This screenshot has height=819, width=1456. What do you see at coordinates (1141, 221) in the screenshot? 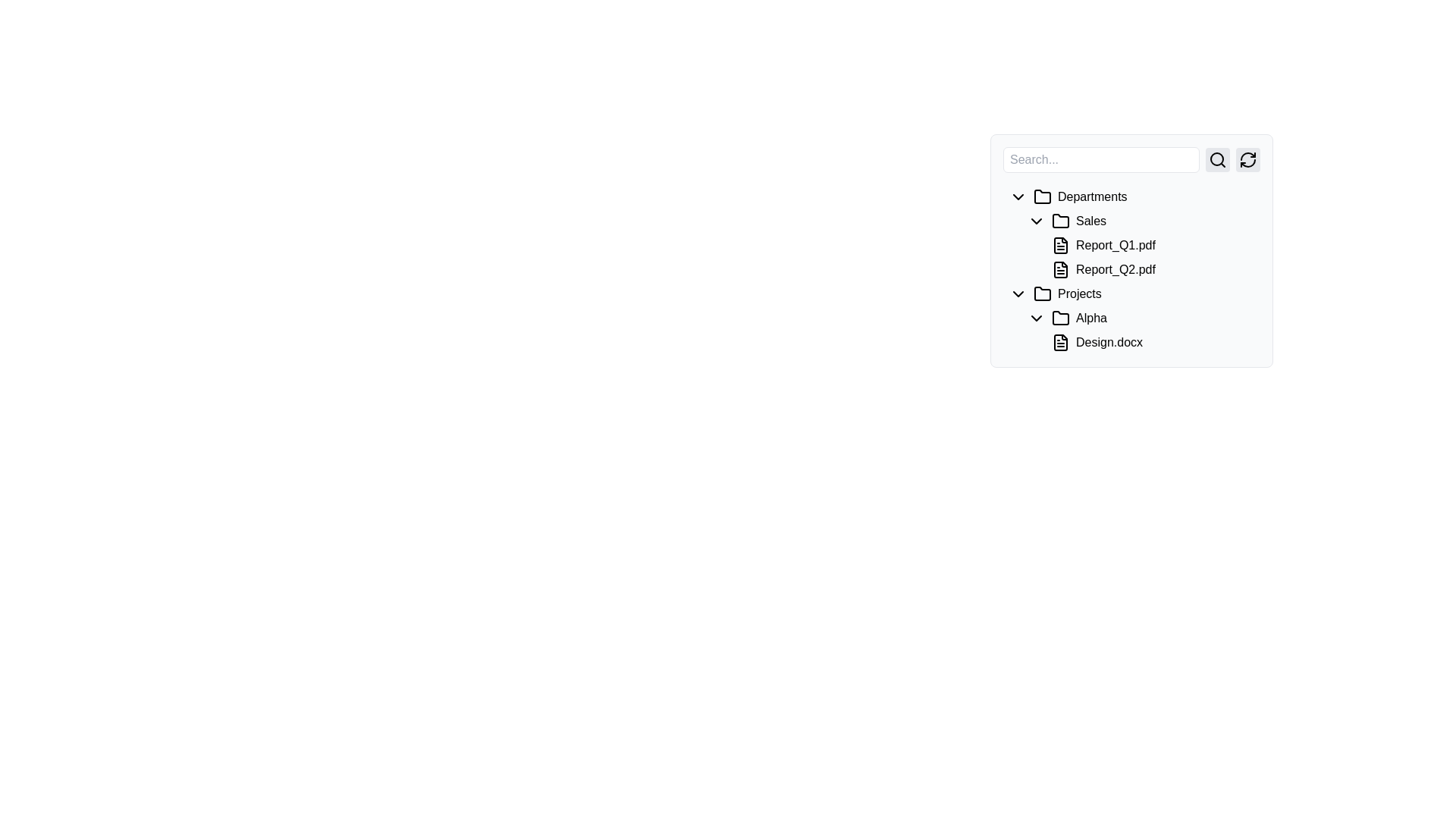
I see `the folder item labeled as the second item under the 'Departments' folder in the hierarchical navigation tree` at bounding box center [1141, 221].